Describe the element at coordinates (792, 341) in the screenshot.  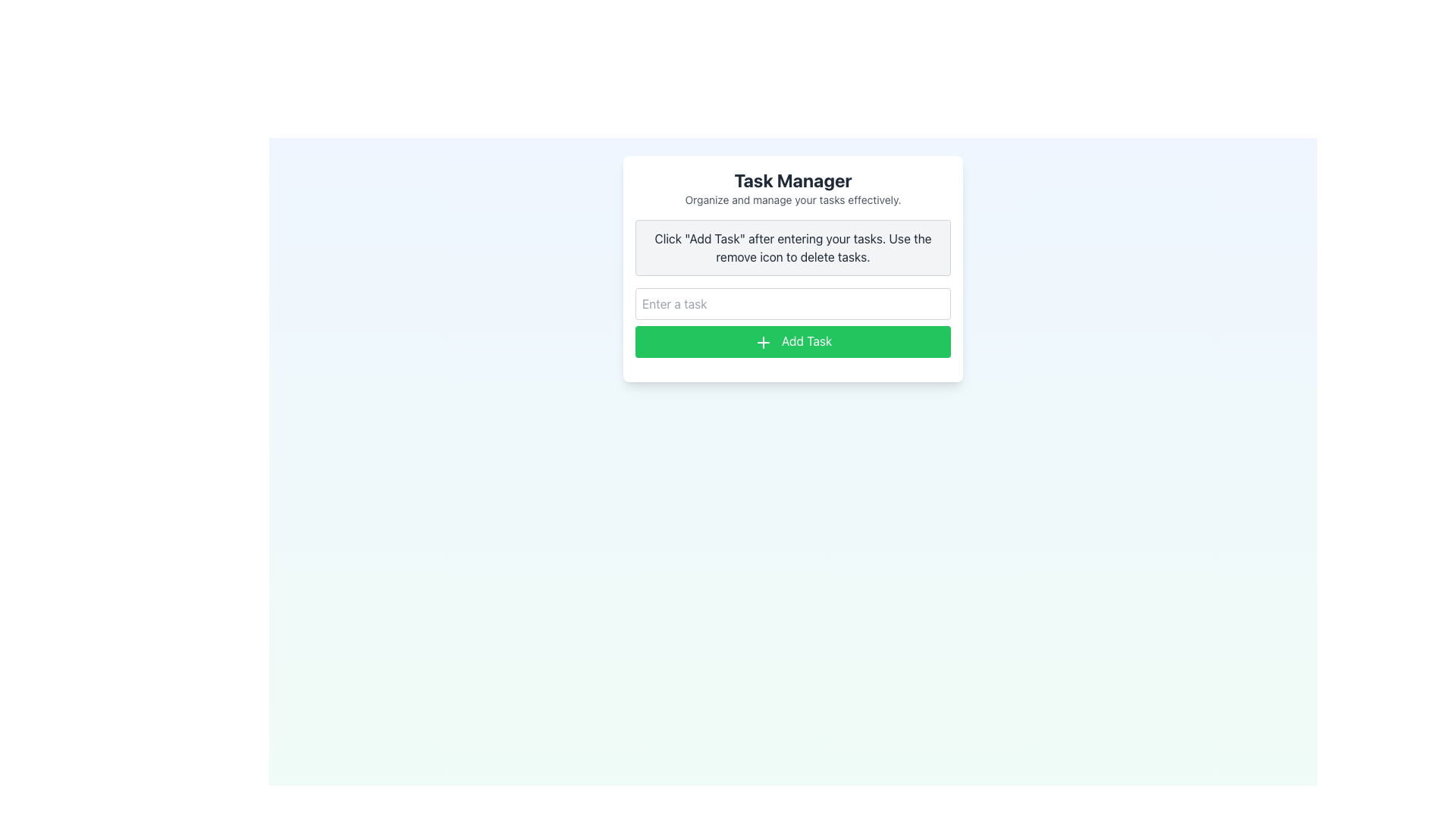
I see `the button to add a new task, located directly below the 'Enter a task' input field` at that location.